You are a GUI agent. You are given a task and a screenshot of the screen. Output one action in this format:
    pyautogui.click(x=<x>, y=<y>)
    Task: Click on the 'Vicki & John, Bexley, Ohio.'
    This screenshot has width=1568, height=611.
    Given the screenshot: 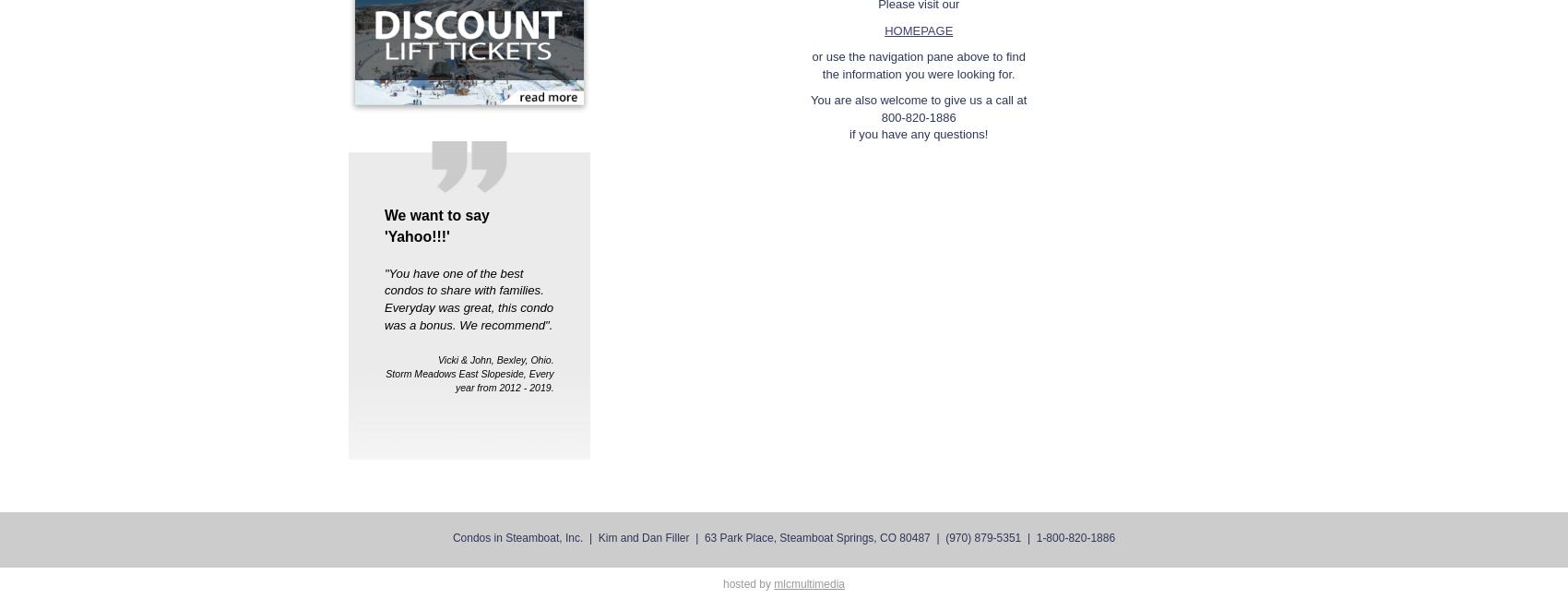 What is the action you would take?
    pyautogui.click(x=494, y=357)
    